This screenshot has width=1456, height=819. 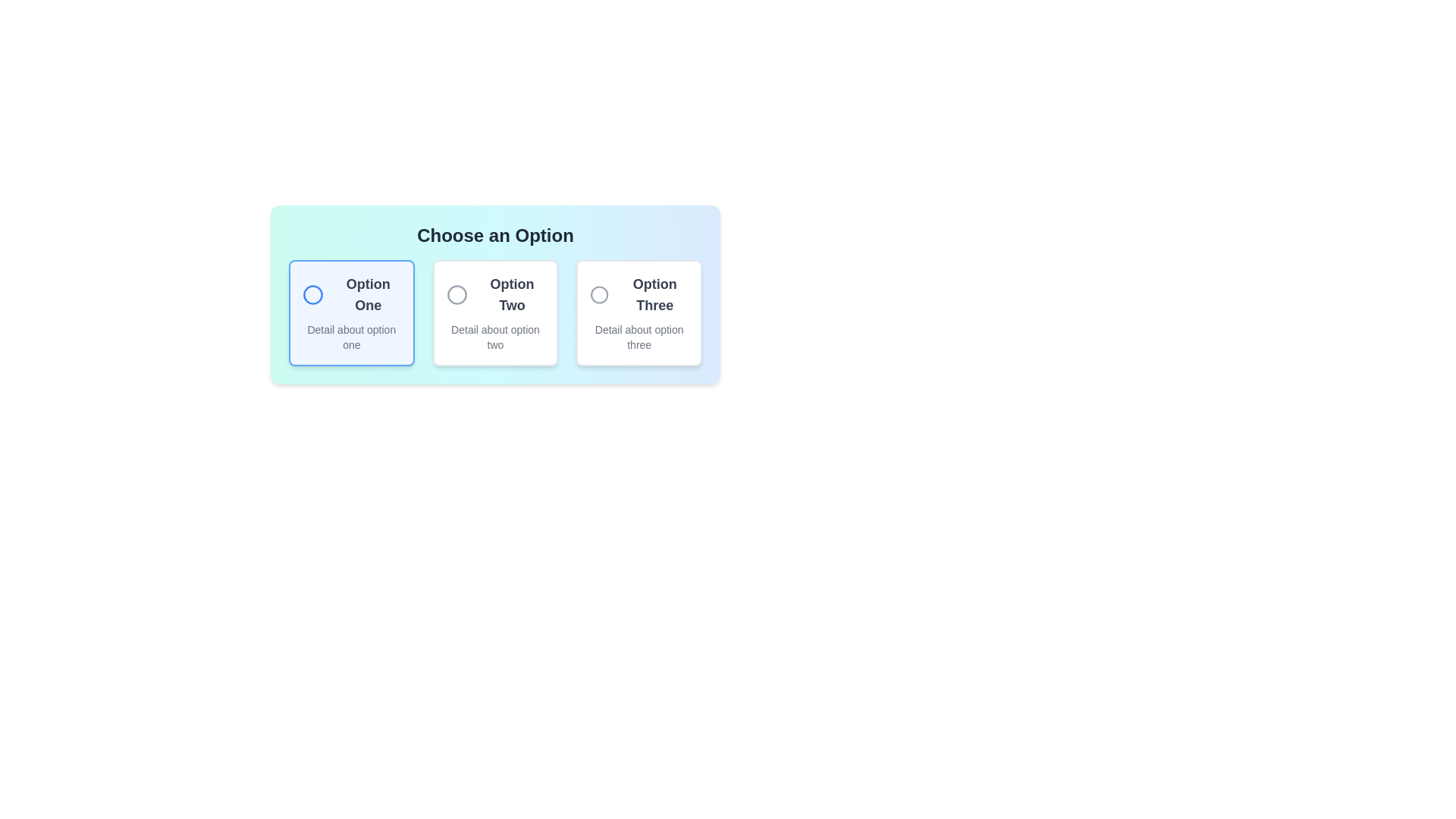 I want to click on the circular visual indicator within the first card labeled 'Option One', so click(x=312, y=295).